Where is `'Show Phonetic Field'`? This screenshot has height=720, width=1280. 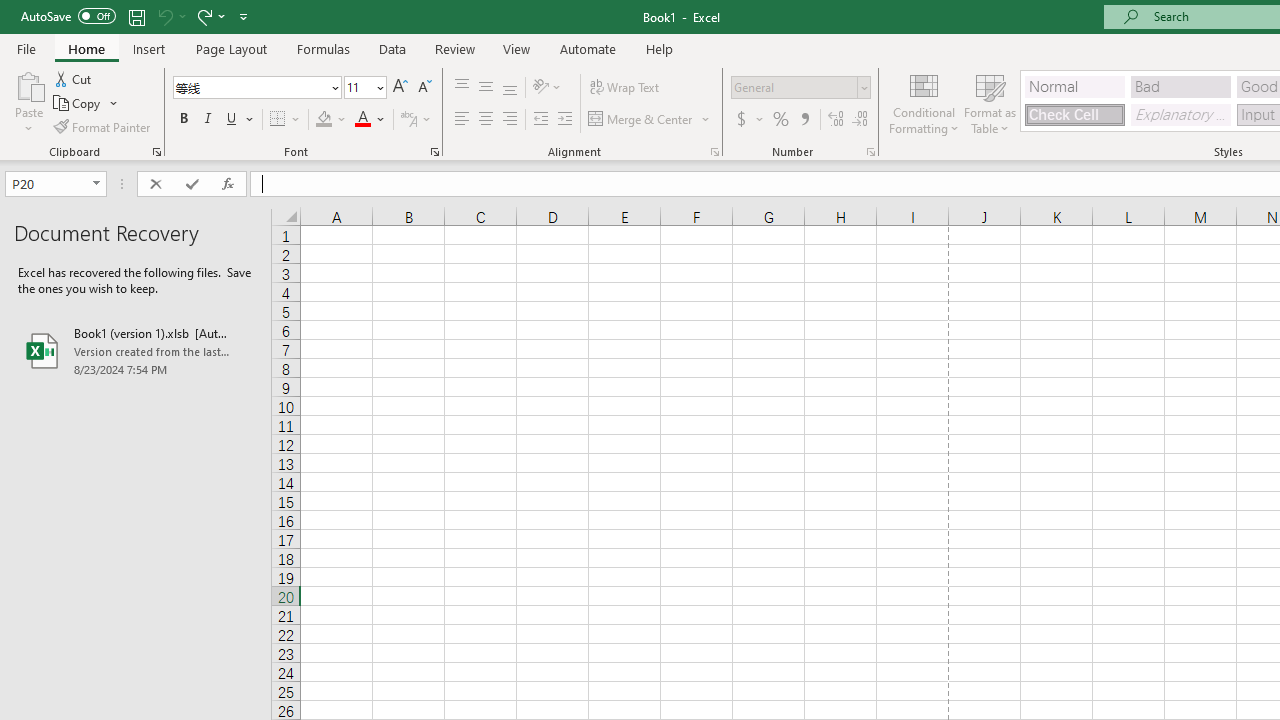
'Show Phonetic Field' is located at coordinates (407, 119).